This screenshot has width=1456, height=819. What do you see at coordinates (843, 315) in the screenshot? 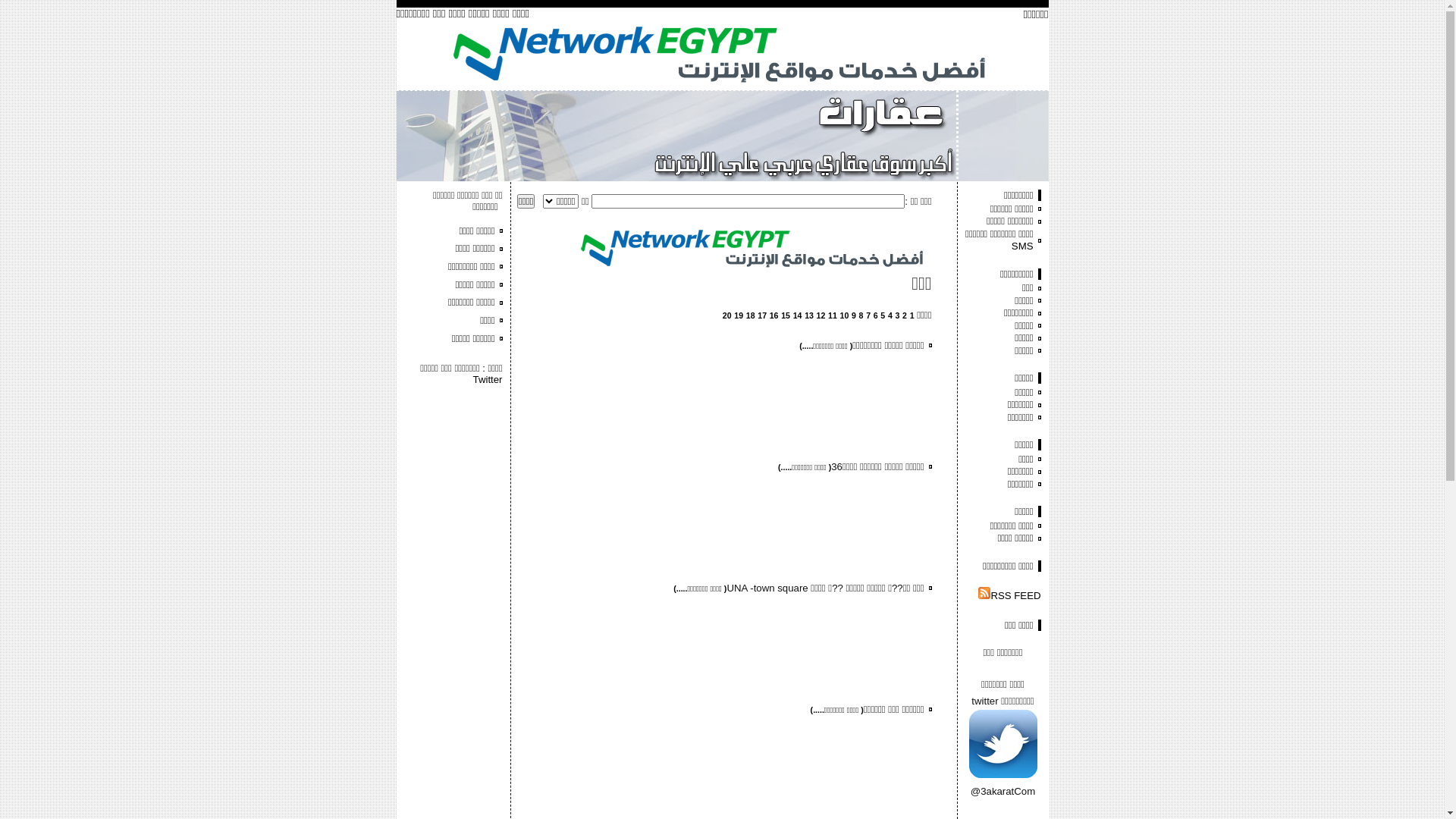
I see `'10'` at bounding box center [843, 315].